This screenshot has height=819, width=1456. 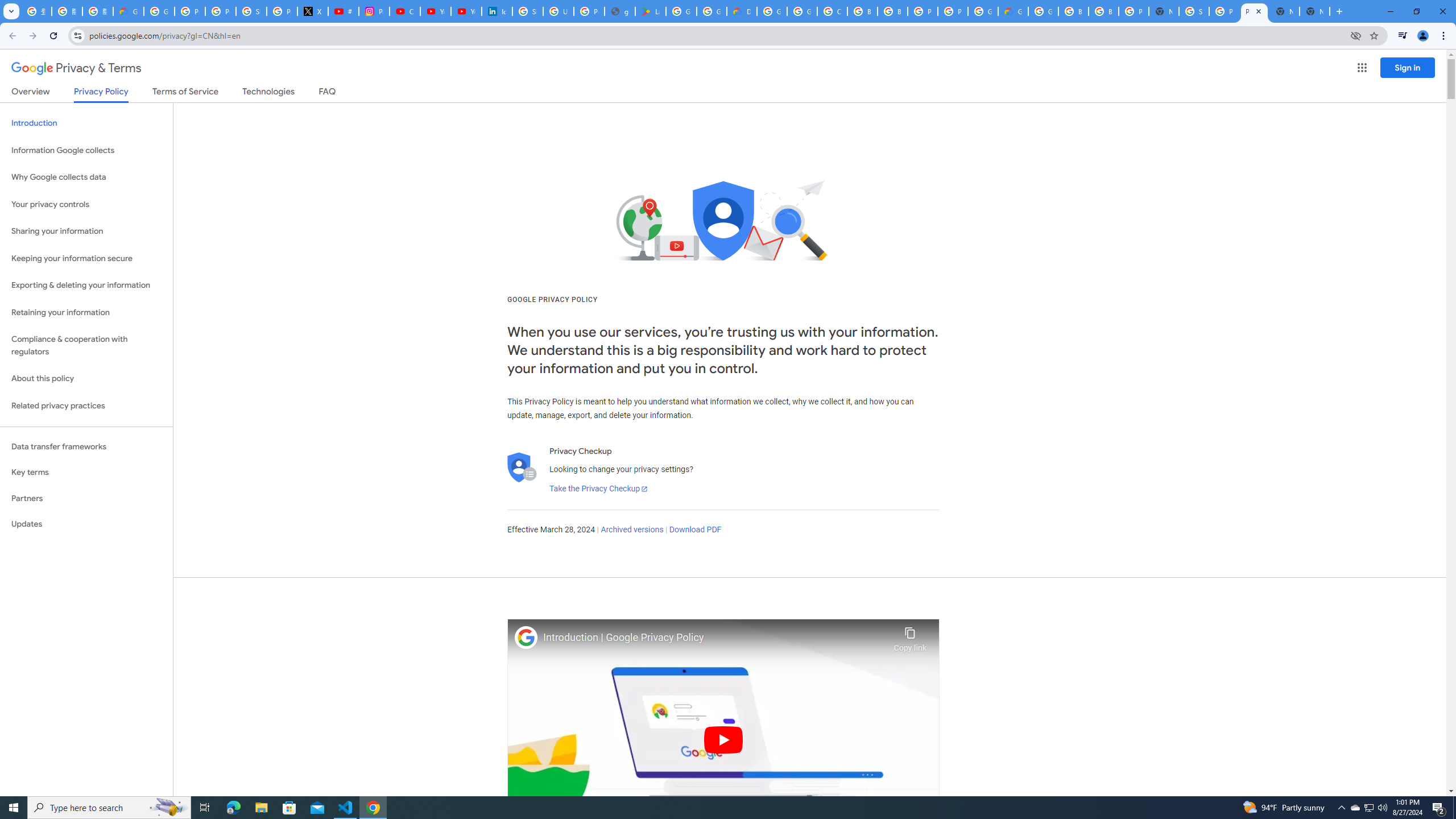 I want to click on '#nbabasketballhighlights - YouTube', so click(x=343, y=11).